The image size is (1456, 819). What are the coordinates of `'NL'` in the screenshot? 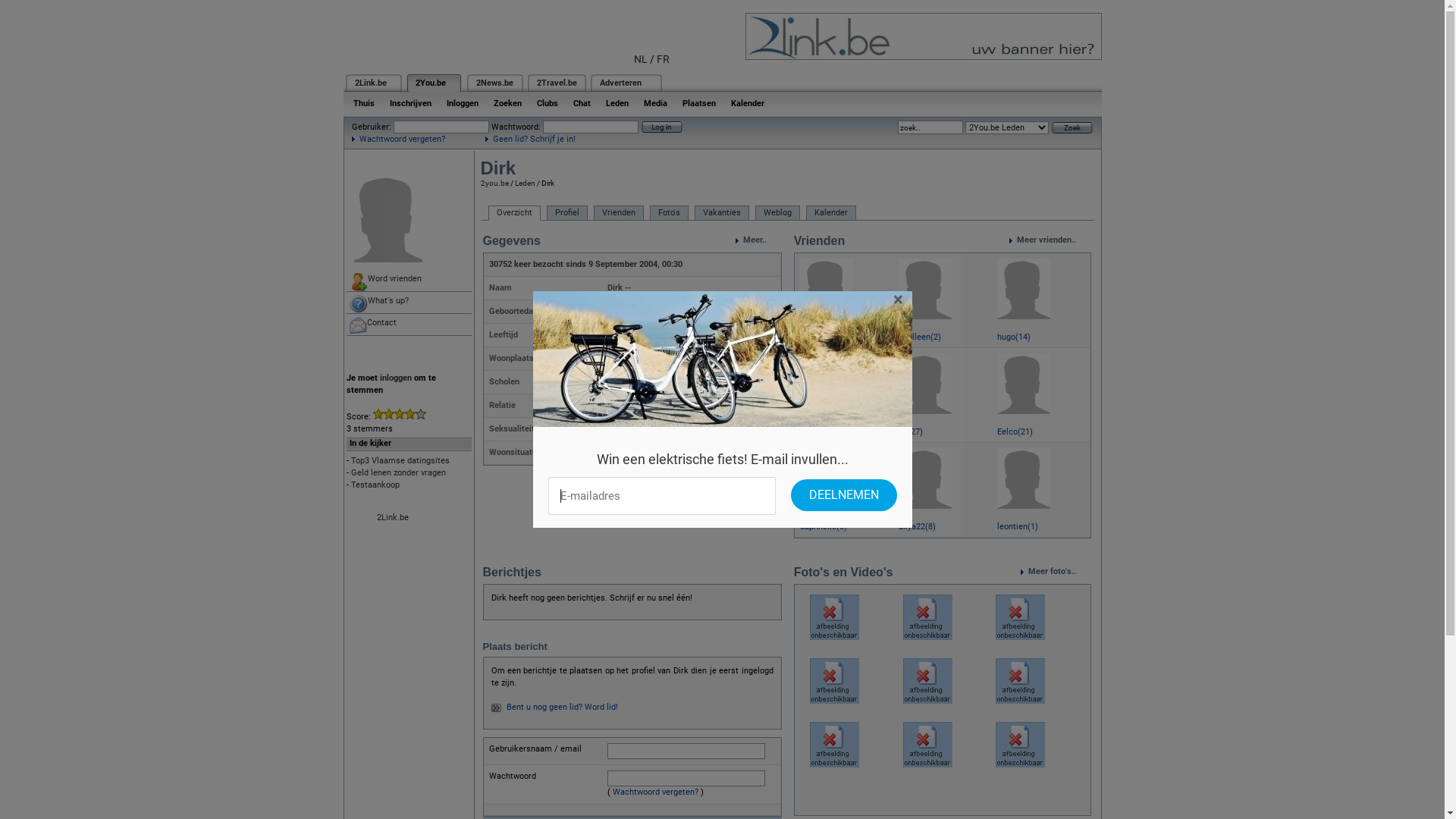 It's located at (640, 58).